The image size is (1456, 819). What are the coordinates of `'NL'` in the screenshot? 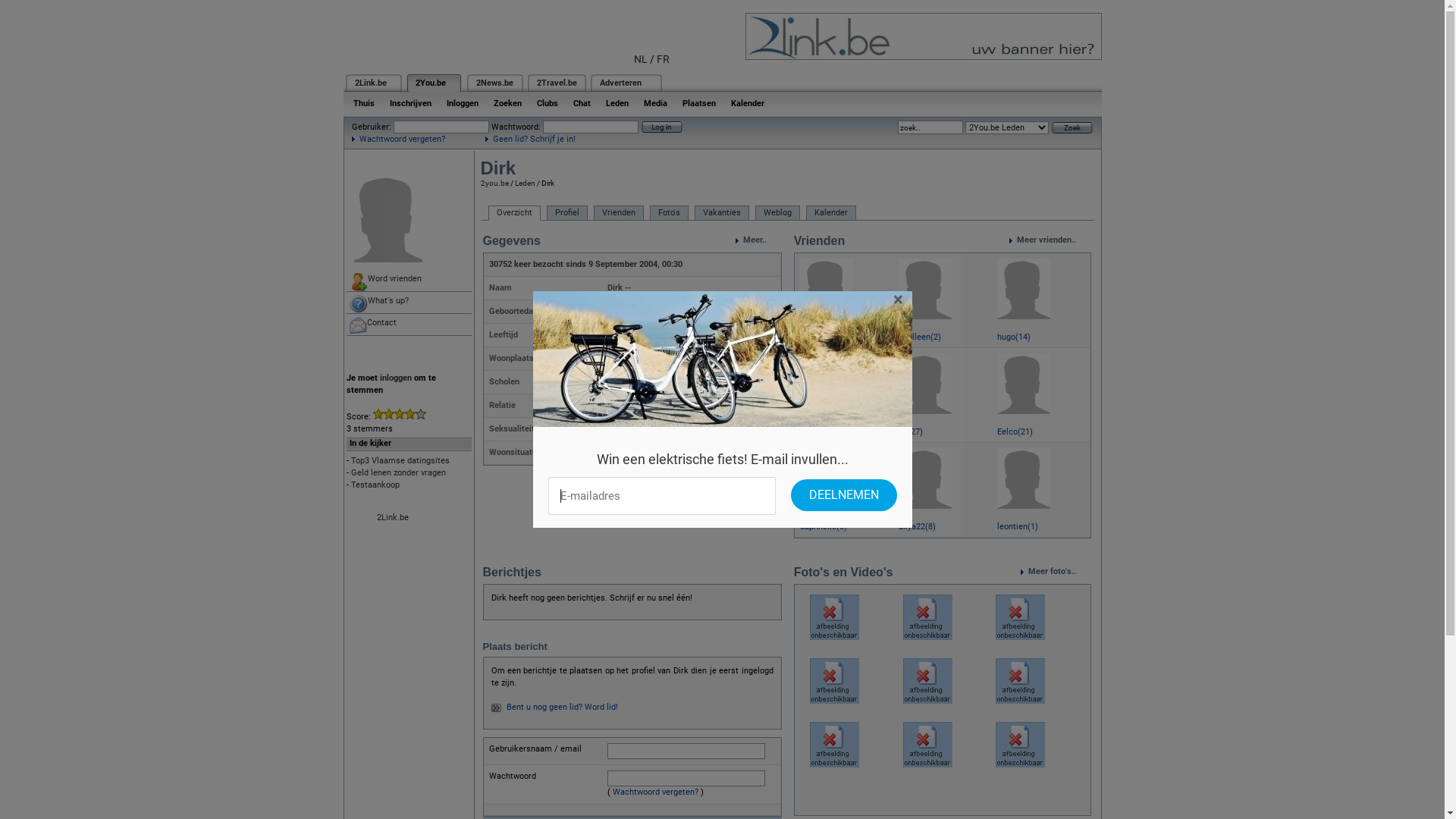 It's located at (640, 58).